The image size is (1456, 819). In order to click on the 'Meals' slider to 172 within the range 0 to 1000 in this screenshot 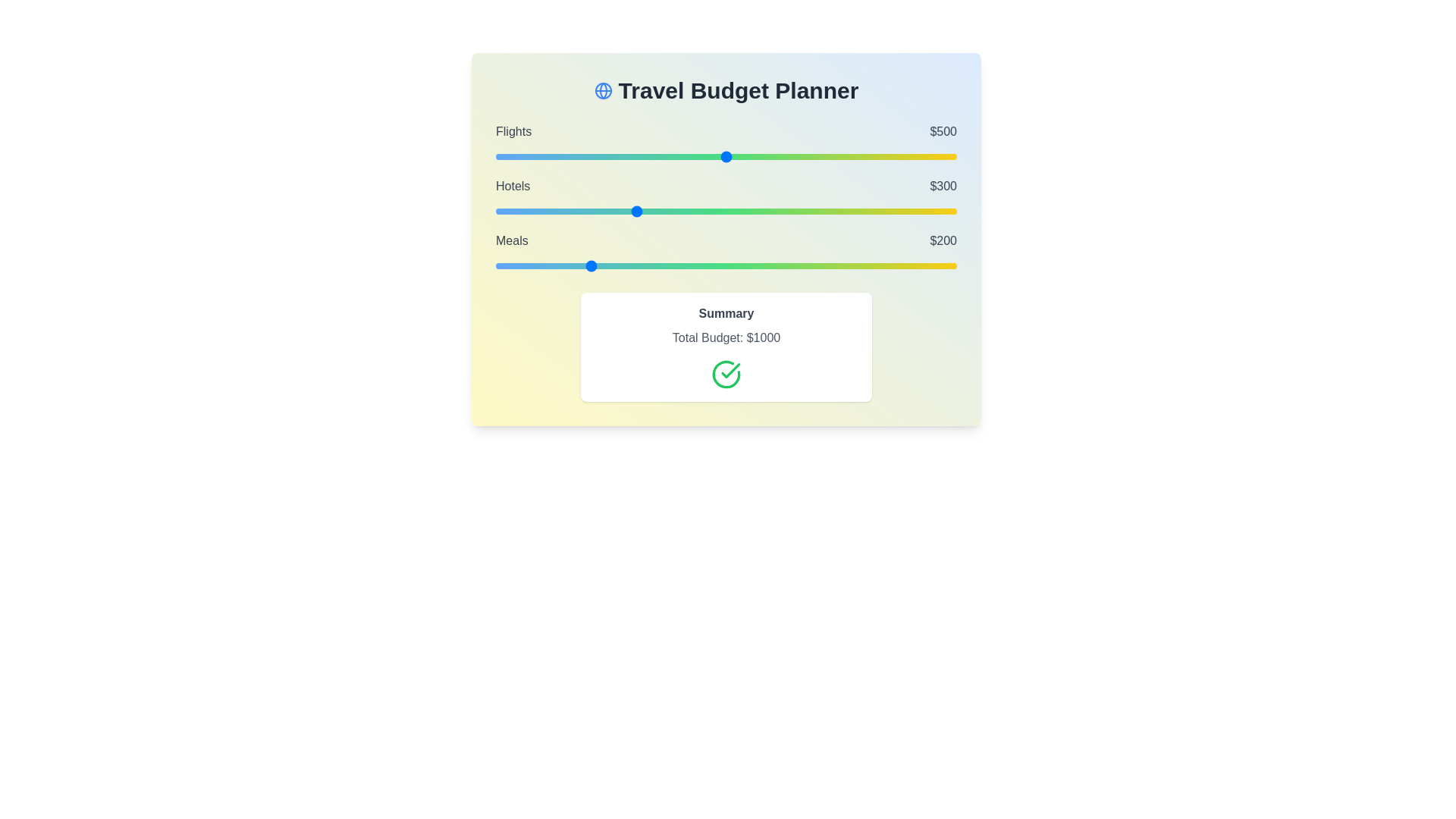, I will do `click(574, 265)`.